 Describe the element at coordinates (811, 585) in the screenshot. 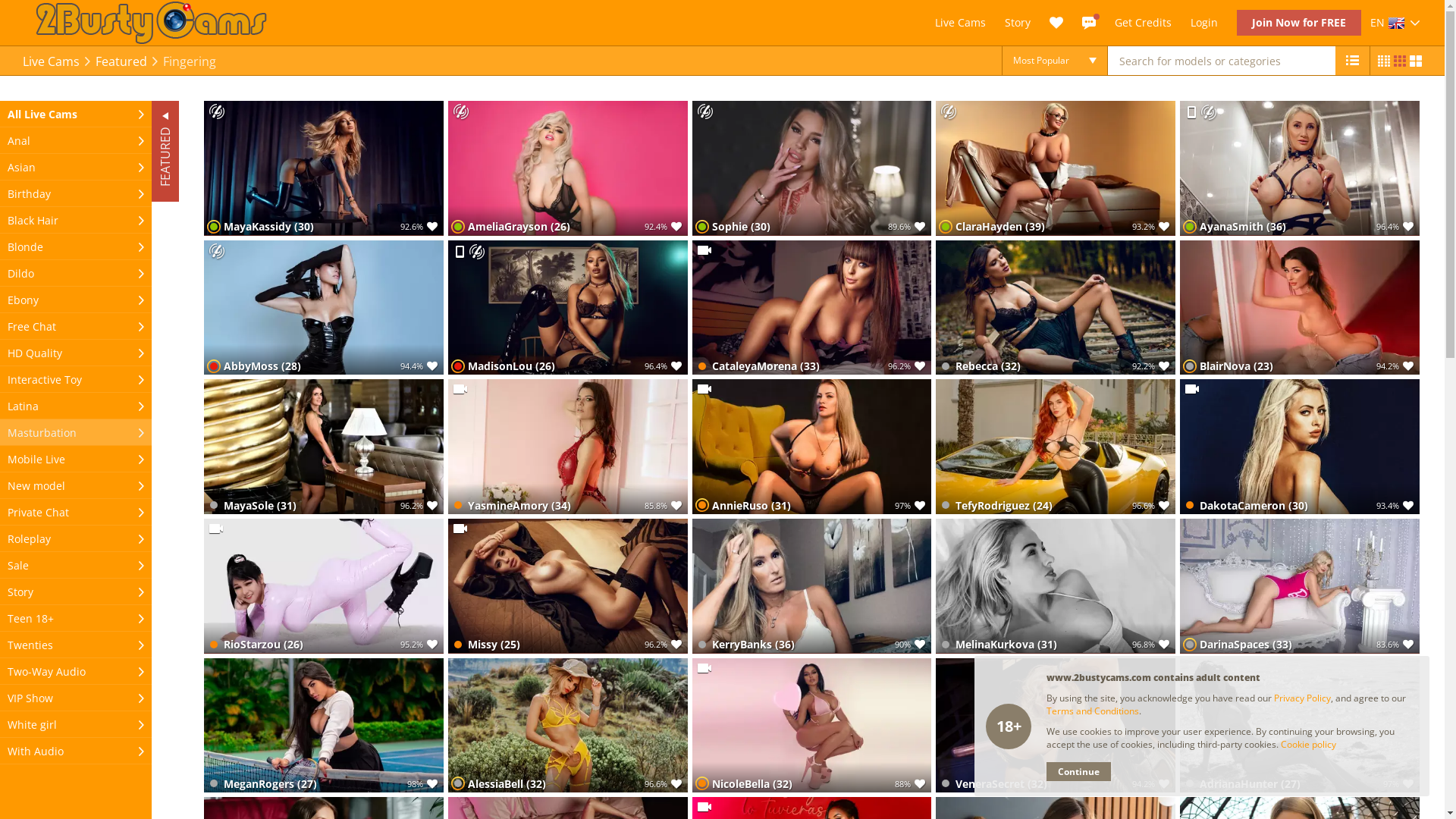

I see `'KerryBanks (36)` at that location.